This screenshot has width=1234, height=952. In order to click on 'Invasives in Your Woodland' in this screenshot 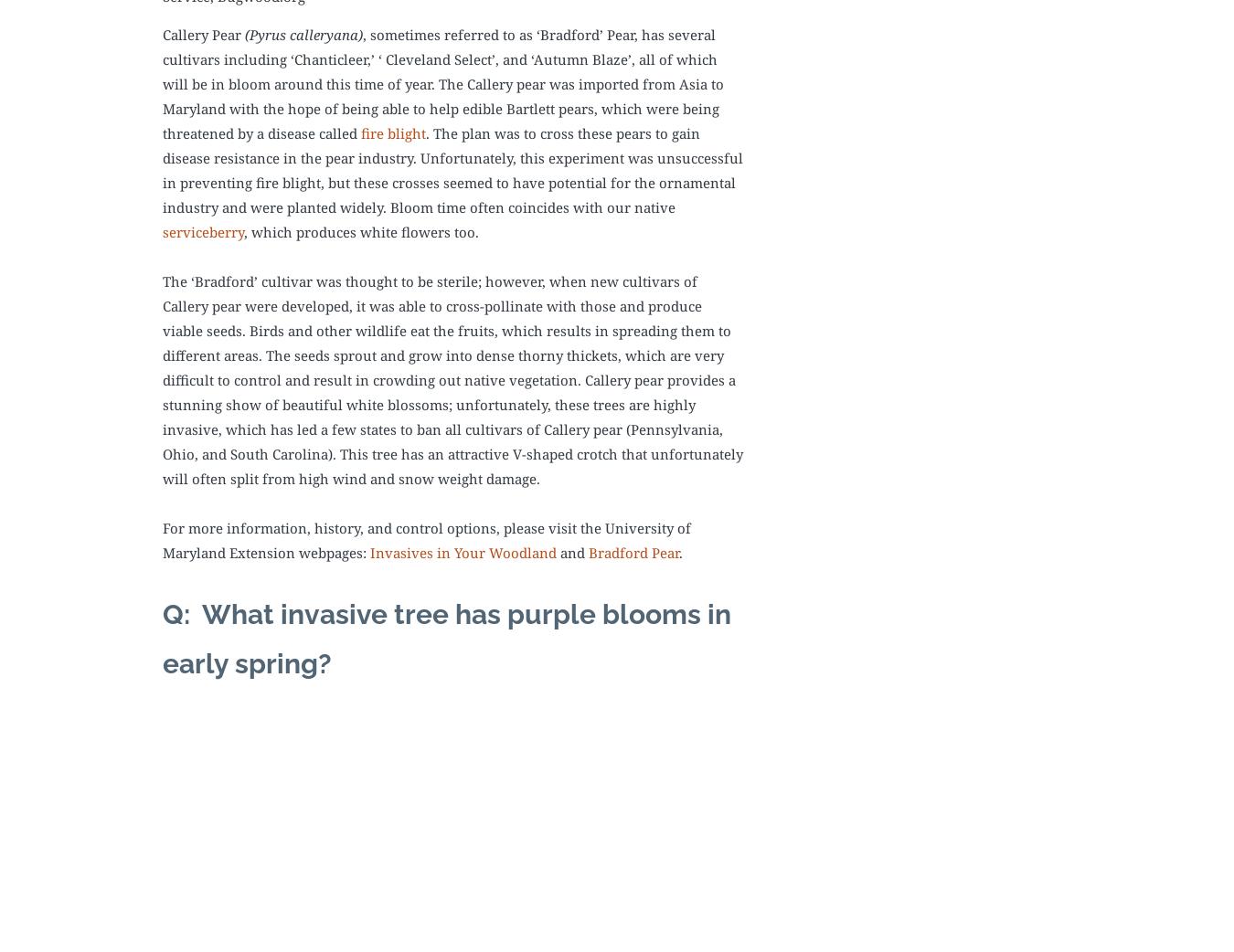, I will do `click(463, 551)`.